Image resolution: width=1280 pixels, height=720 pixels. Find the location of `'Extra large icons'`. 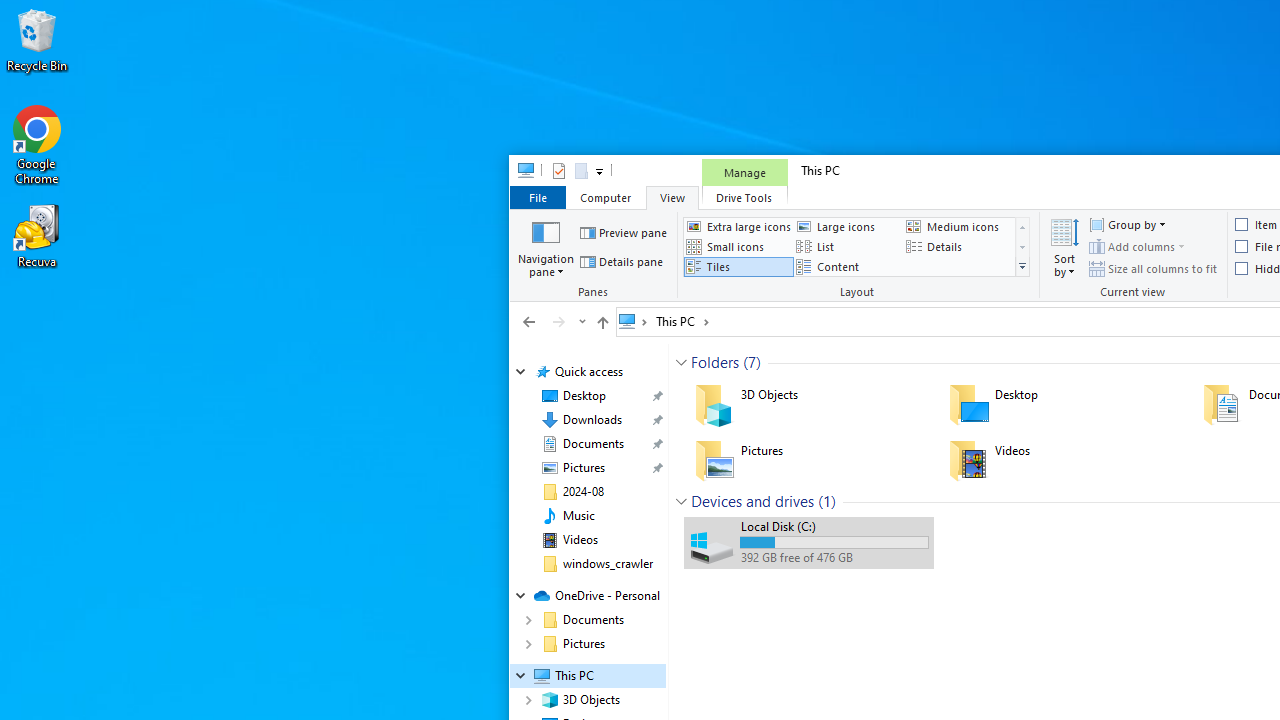

'Extra large icons' is located at coordinates (737, 225).